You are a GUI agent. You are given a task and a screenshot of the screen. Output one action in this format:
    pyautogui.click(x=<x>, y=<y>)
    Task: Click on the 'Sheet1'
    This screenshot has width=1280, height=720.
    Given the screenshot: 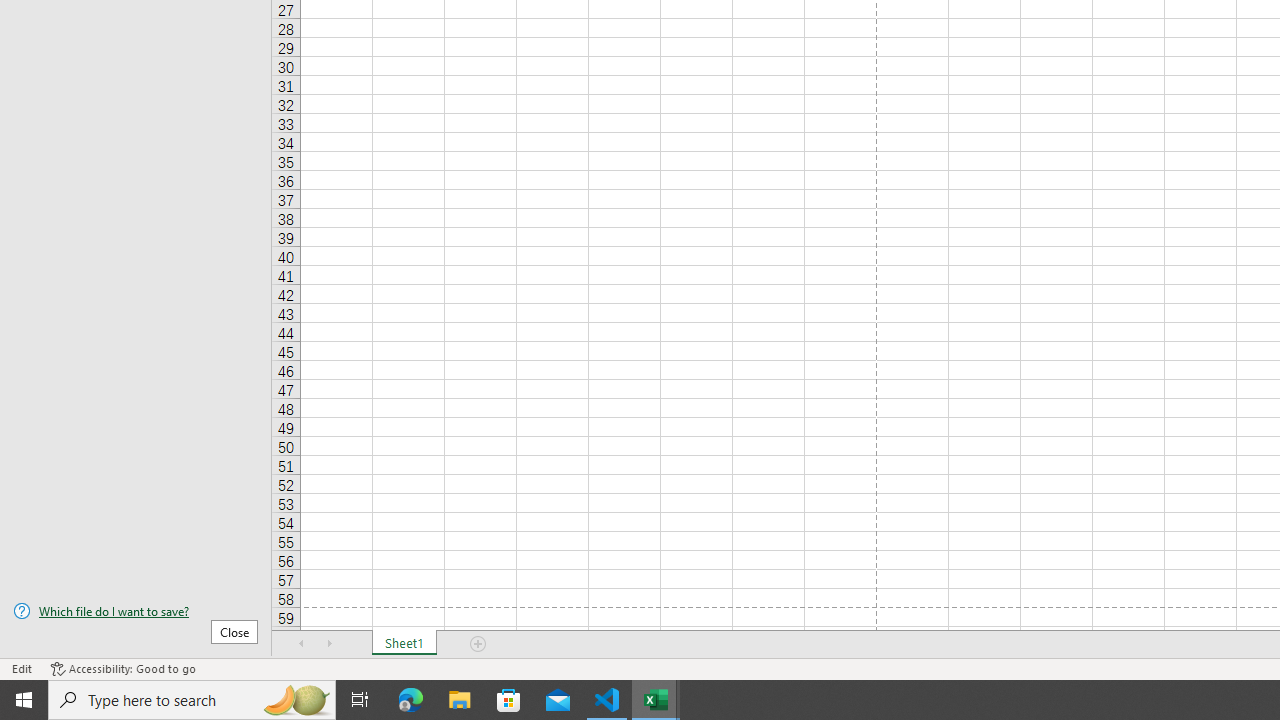 What is the action you would take?
    pyautogui.click(x=403, y=644)
    